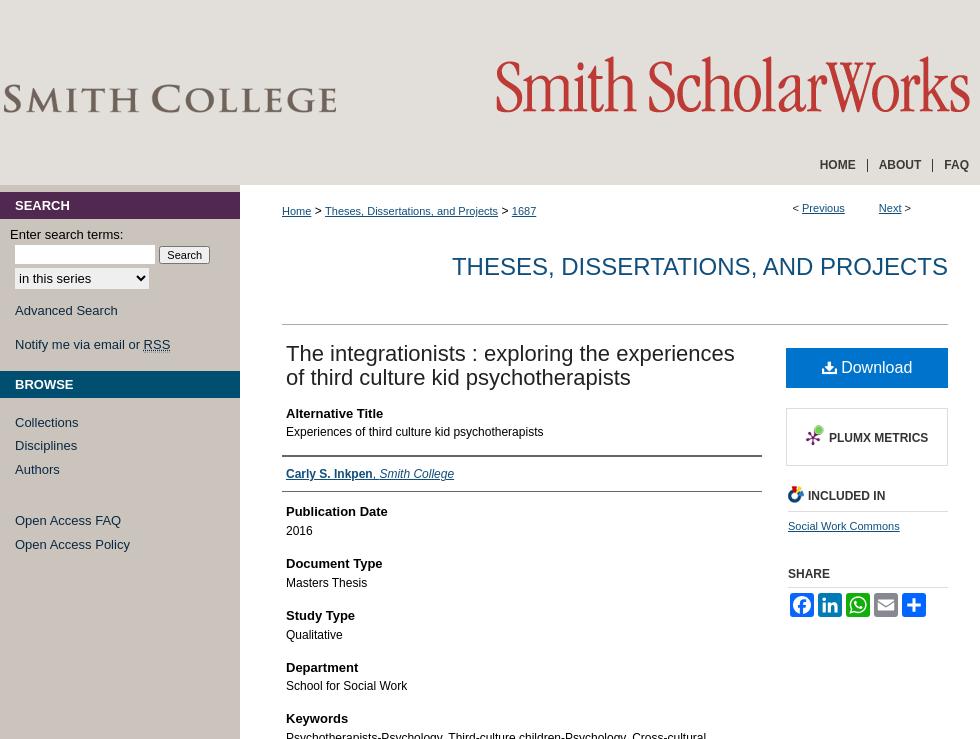 The height and width of the screenshot is (739, 980). I want to click on 'Keywords', so click(285, 718).